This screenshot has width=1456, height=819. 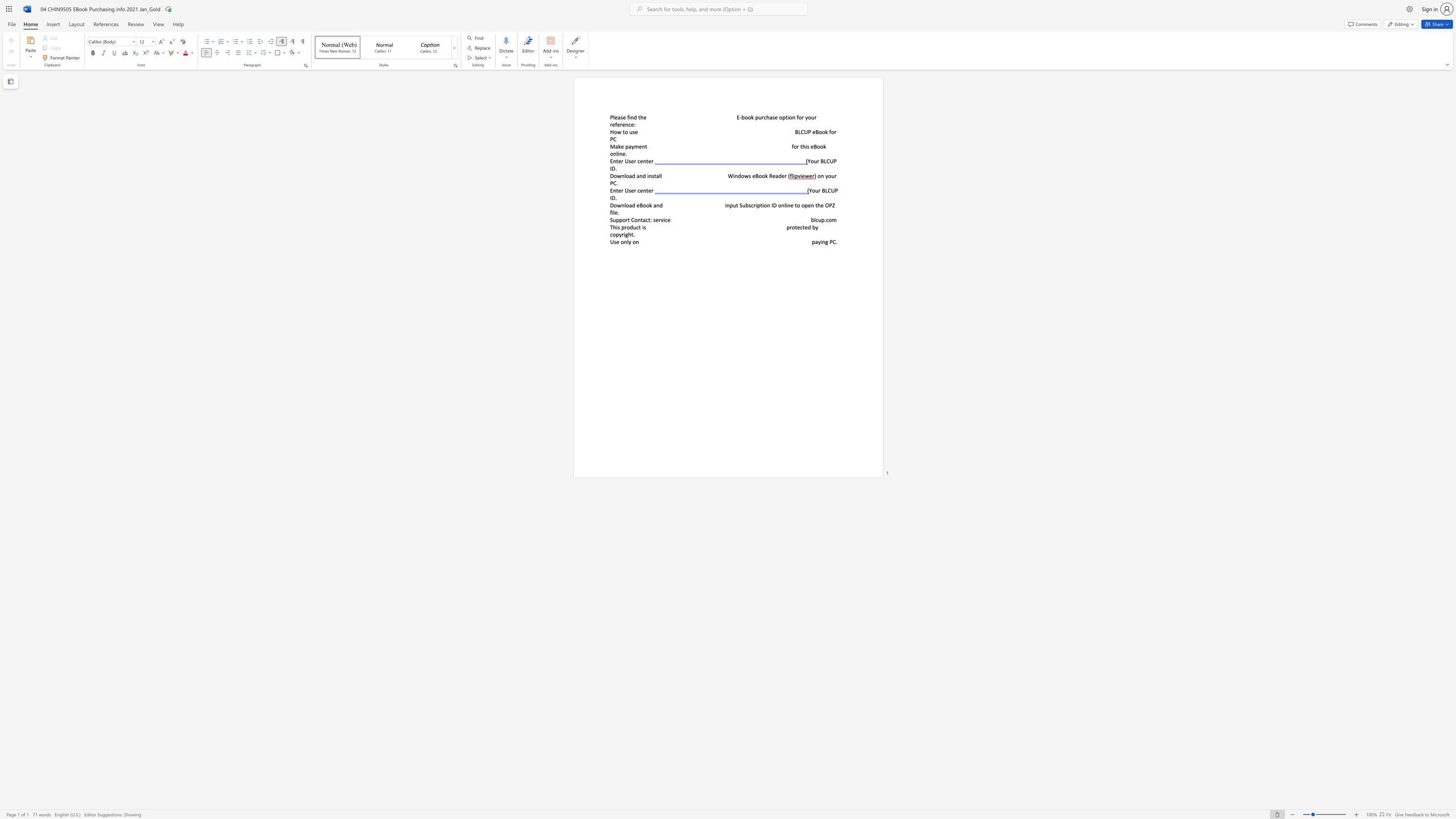 What do you see at coordinates (836, 241) in the screenshot?
I see `the 1th character "." in the text` at bounding box center [836, 241].